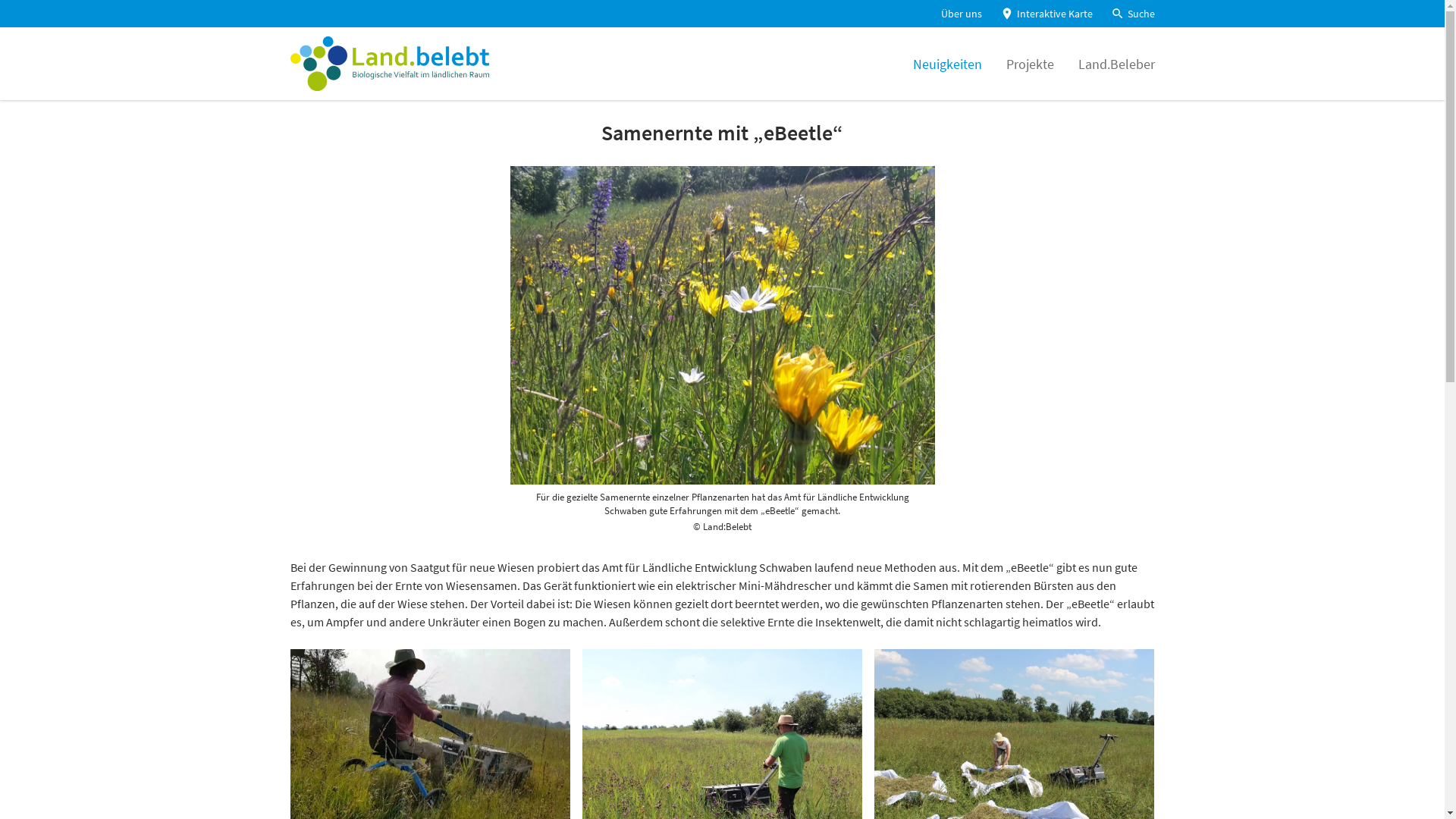 The width and height of the screenshot is (1456, 819). What do you see at coordinates (1116, 62) in the screenshot?
I see `'Land.Beleber'` at bounding box center [1116, 62].